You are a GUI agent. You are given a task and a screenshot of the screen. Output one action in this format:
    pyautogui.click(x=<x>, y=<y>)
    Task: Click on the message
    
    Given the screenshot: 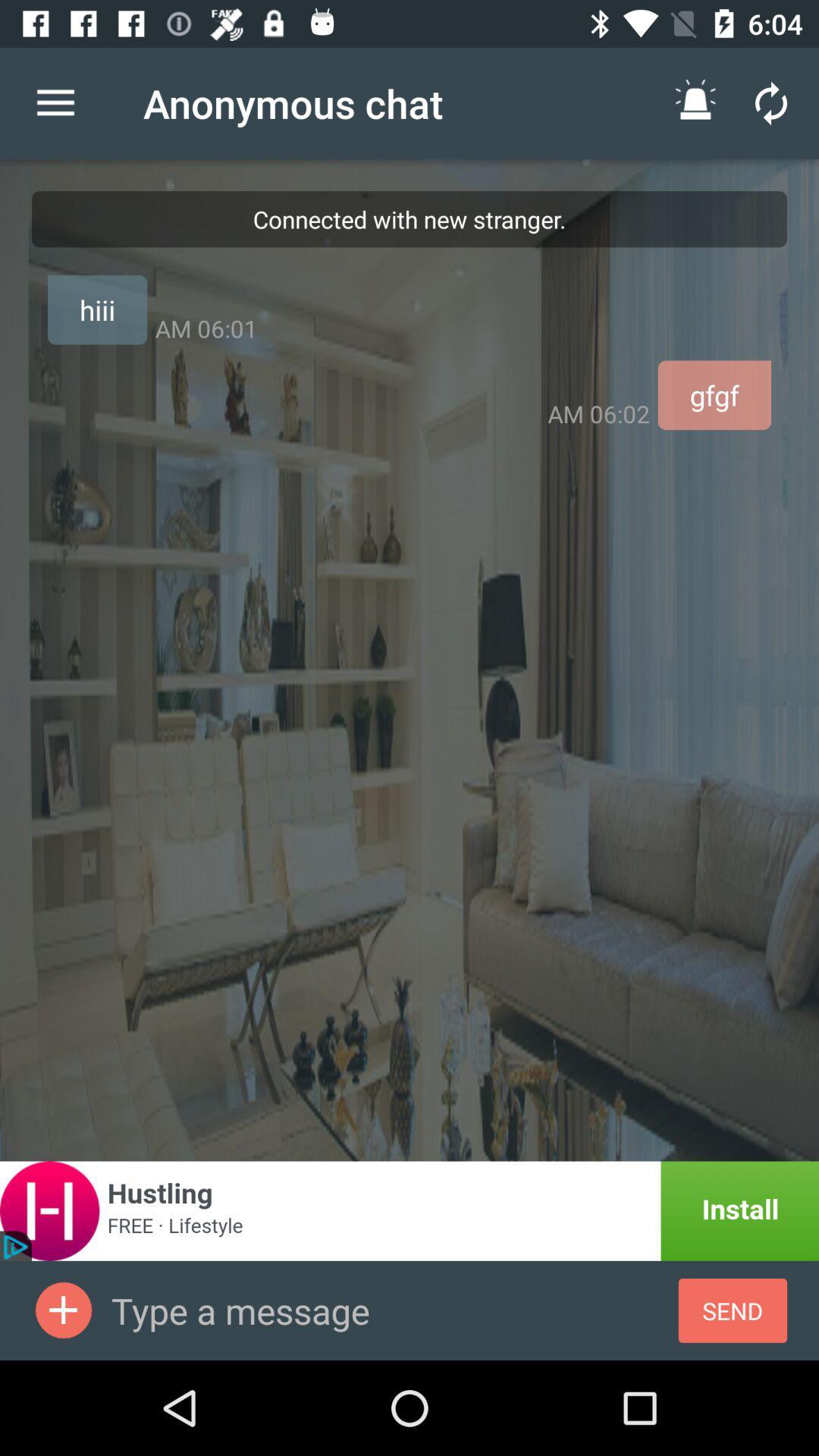 What is the action you would take?
    pyautogui.click(x=63, y=1310)
    